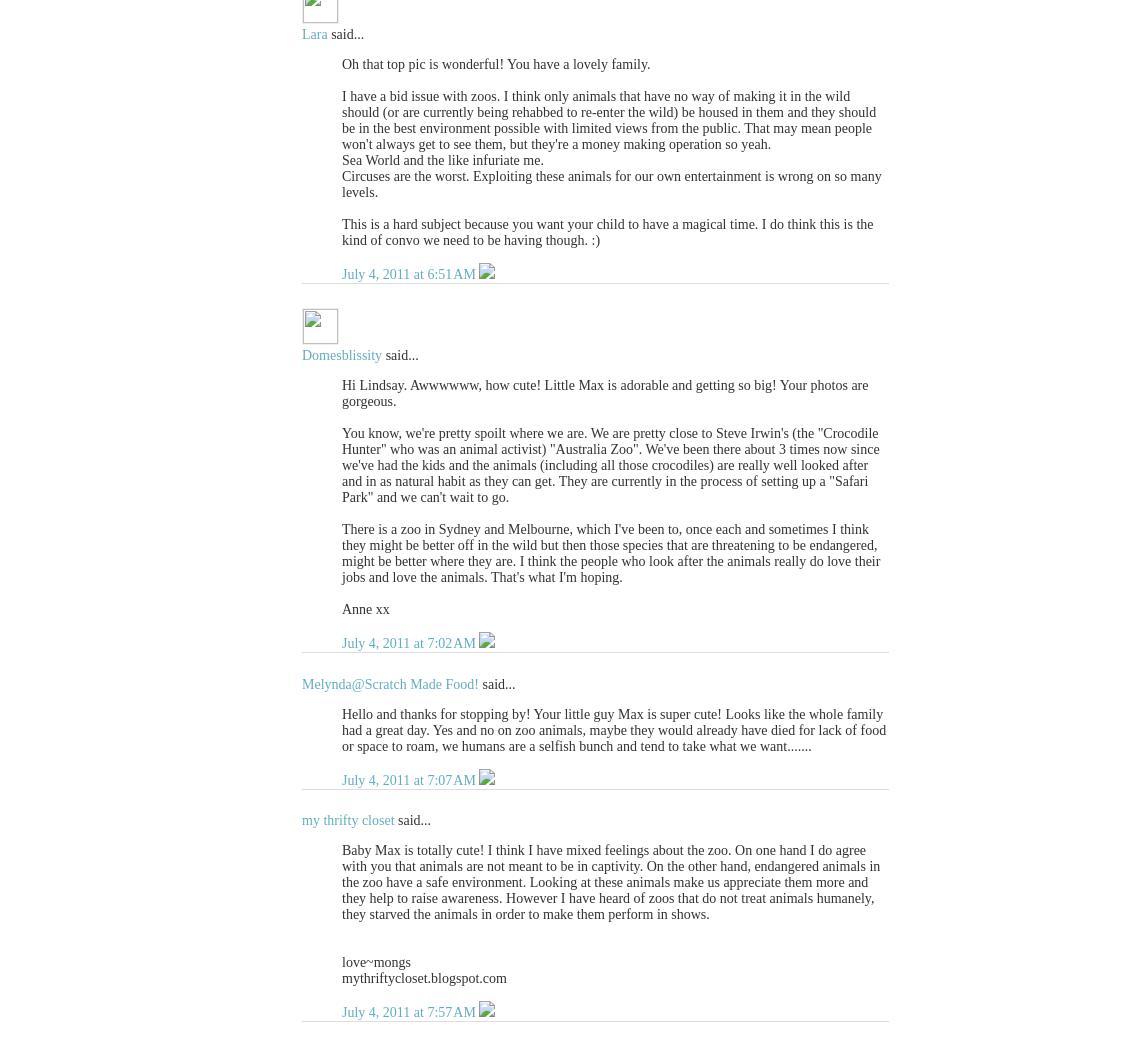 The width and height of the screenshot is (1133, 1046). Describe the element at coordinates (608, 119) in the screenshot. I see `'I have a bid issue with zoos. I think only animals that have no way of making it in the wild should (or are currently being rehabbed to re-enter the wild) be housed in them and they should be in the best environment possible with limited views from the public. That may mean people won't always get to see them, but they're a money making operation so yeah.'` at that location.